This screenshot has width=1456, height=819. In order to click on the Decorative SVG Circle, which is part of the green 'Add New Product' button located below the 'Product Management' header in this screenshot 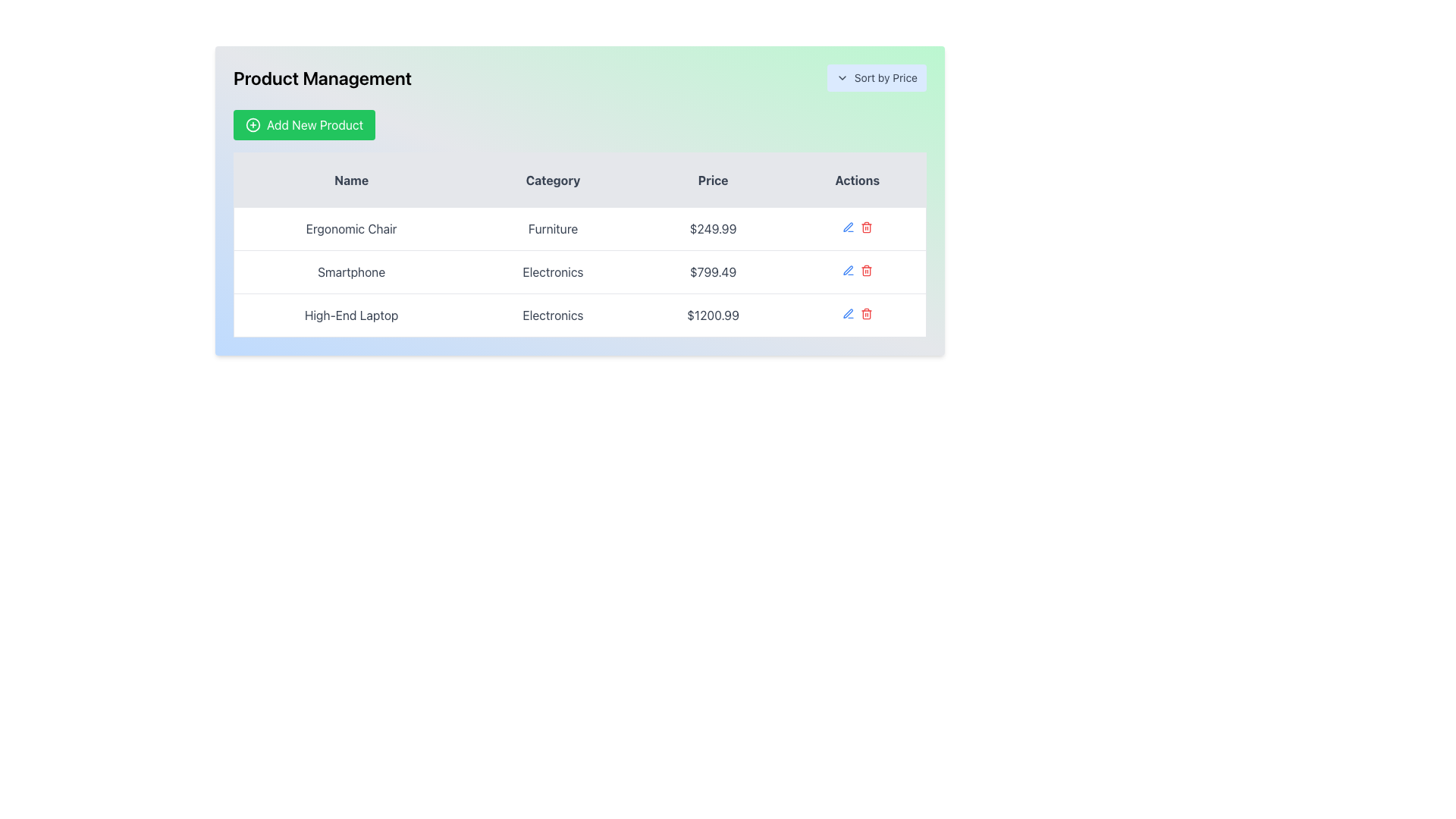, I will do `click(253, 124)`.